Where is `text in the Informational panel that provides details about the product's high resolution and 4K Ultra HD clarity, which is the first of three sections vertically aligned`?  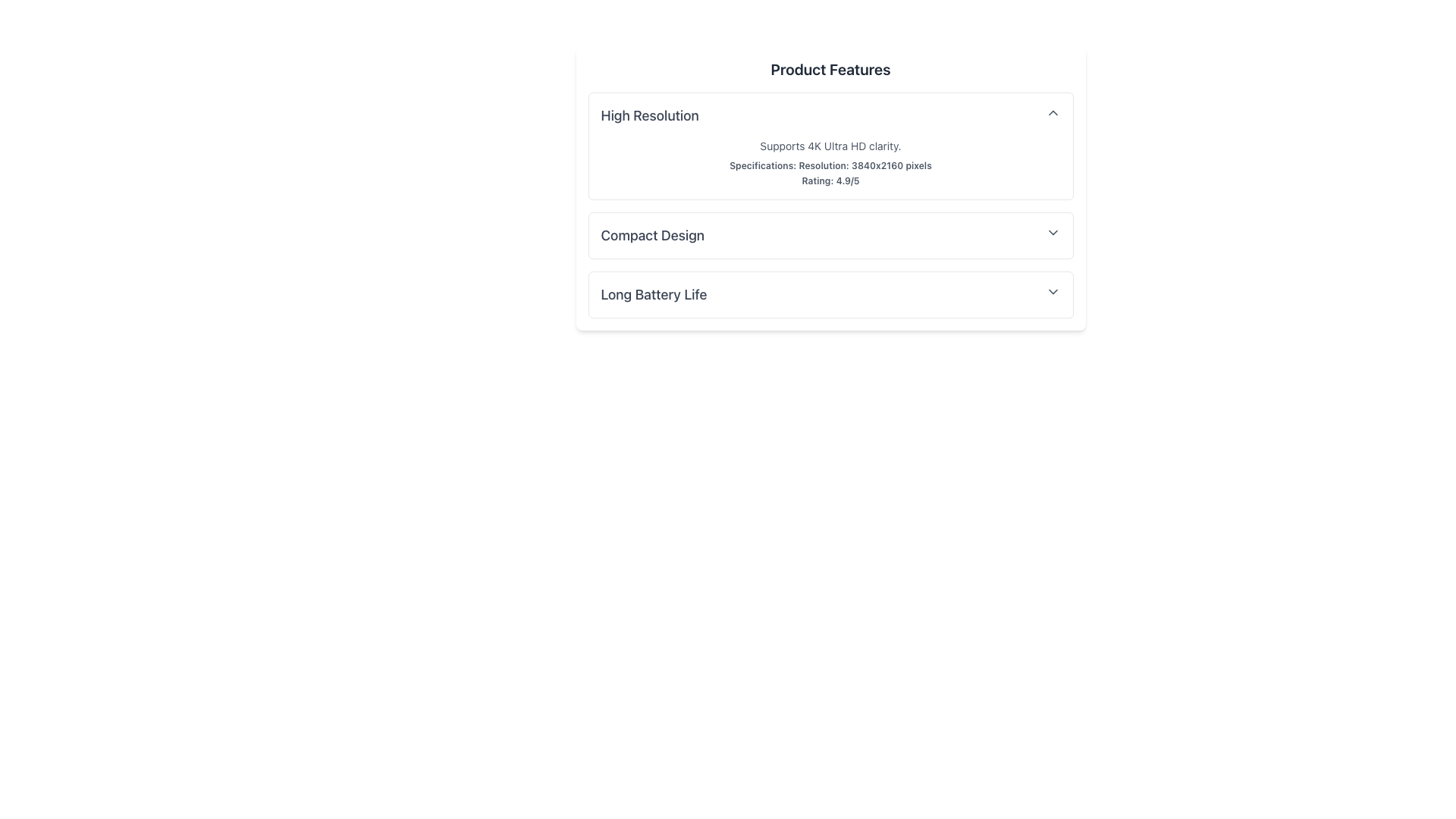
text in the Informational panel that provides details about the product's high resolution and 4K Ultra HD clarity, which is the first of three sections vertically aligned is located at coordinates (830, 188).